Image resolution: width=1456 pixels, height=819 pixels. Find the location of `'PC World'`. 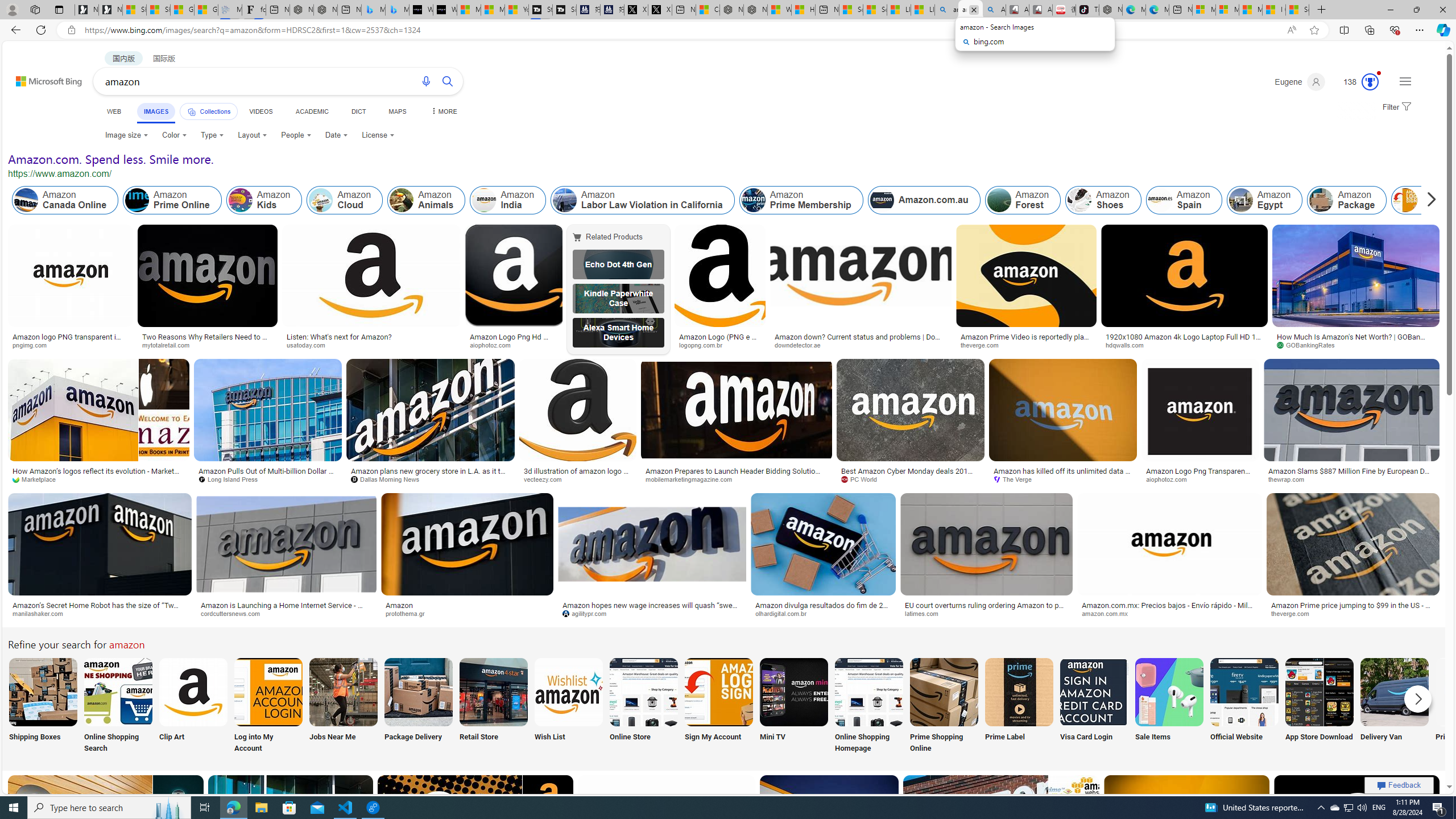

'PC World' is located at coordinates (911, 479).